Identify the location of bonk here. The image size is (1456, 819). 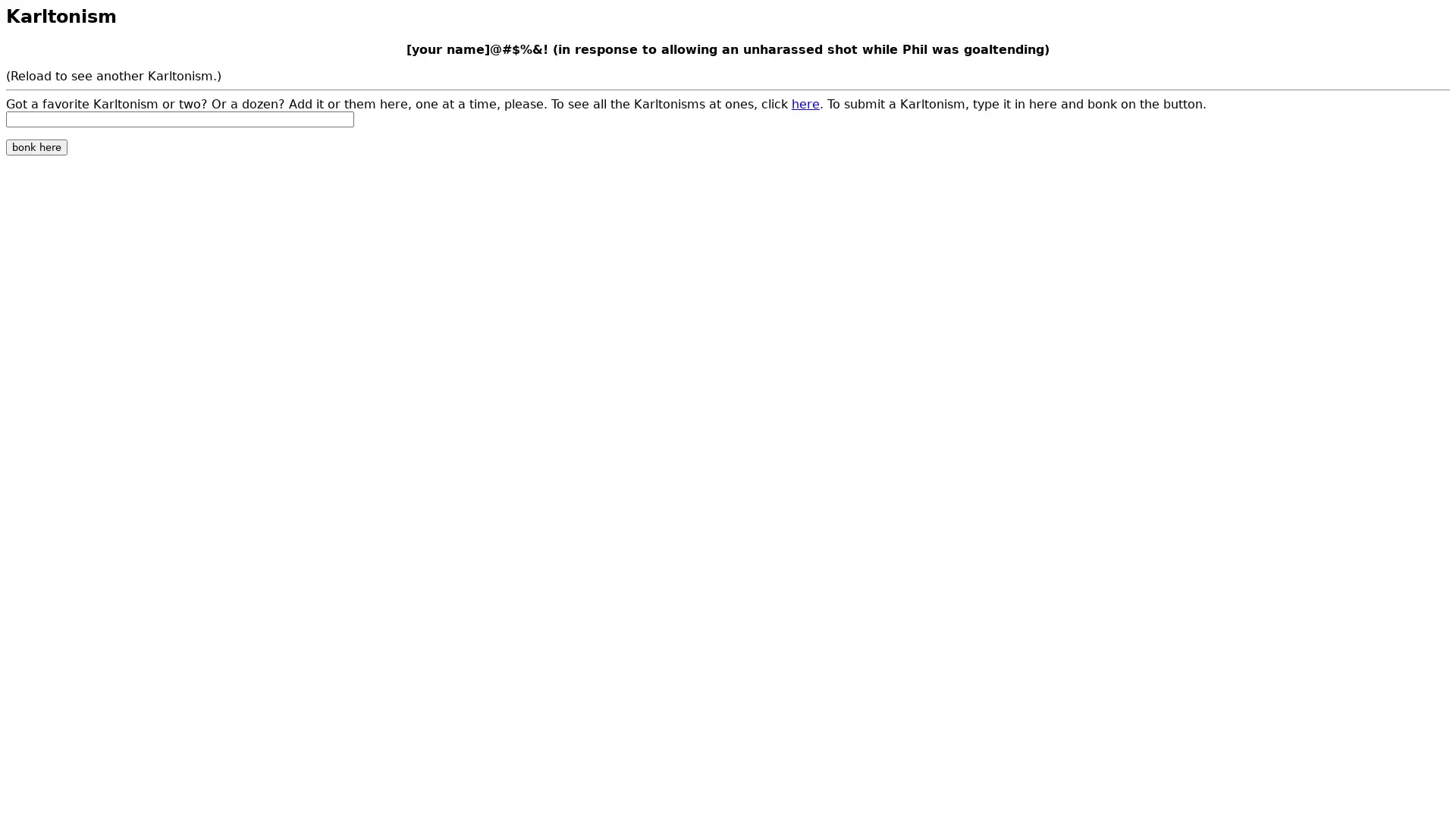
(36, 146).